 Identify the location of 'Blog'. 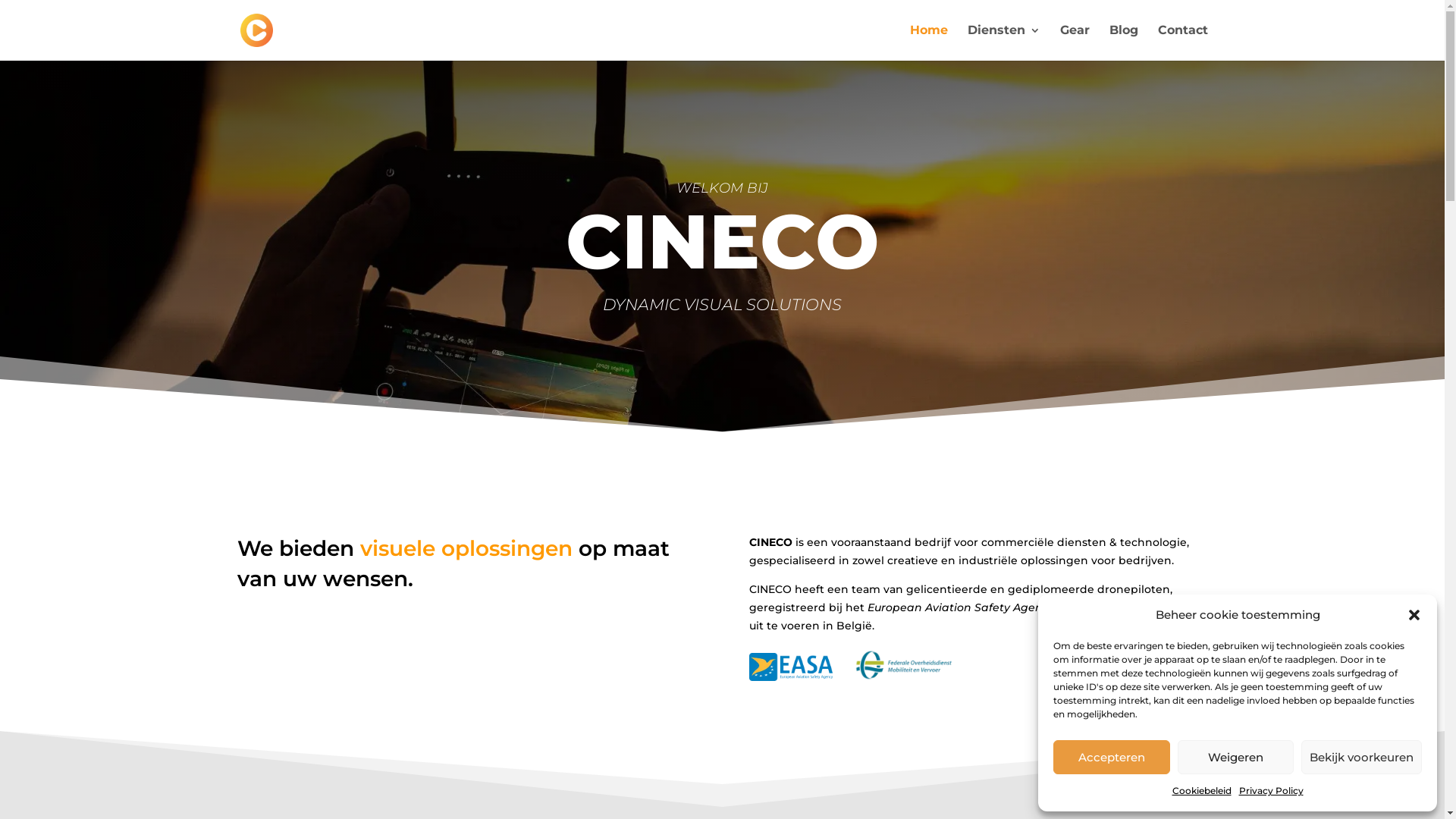
(1109, 42).